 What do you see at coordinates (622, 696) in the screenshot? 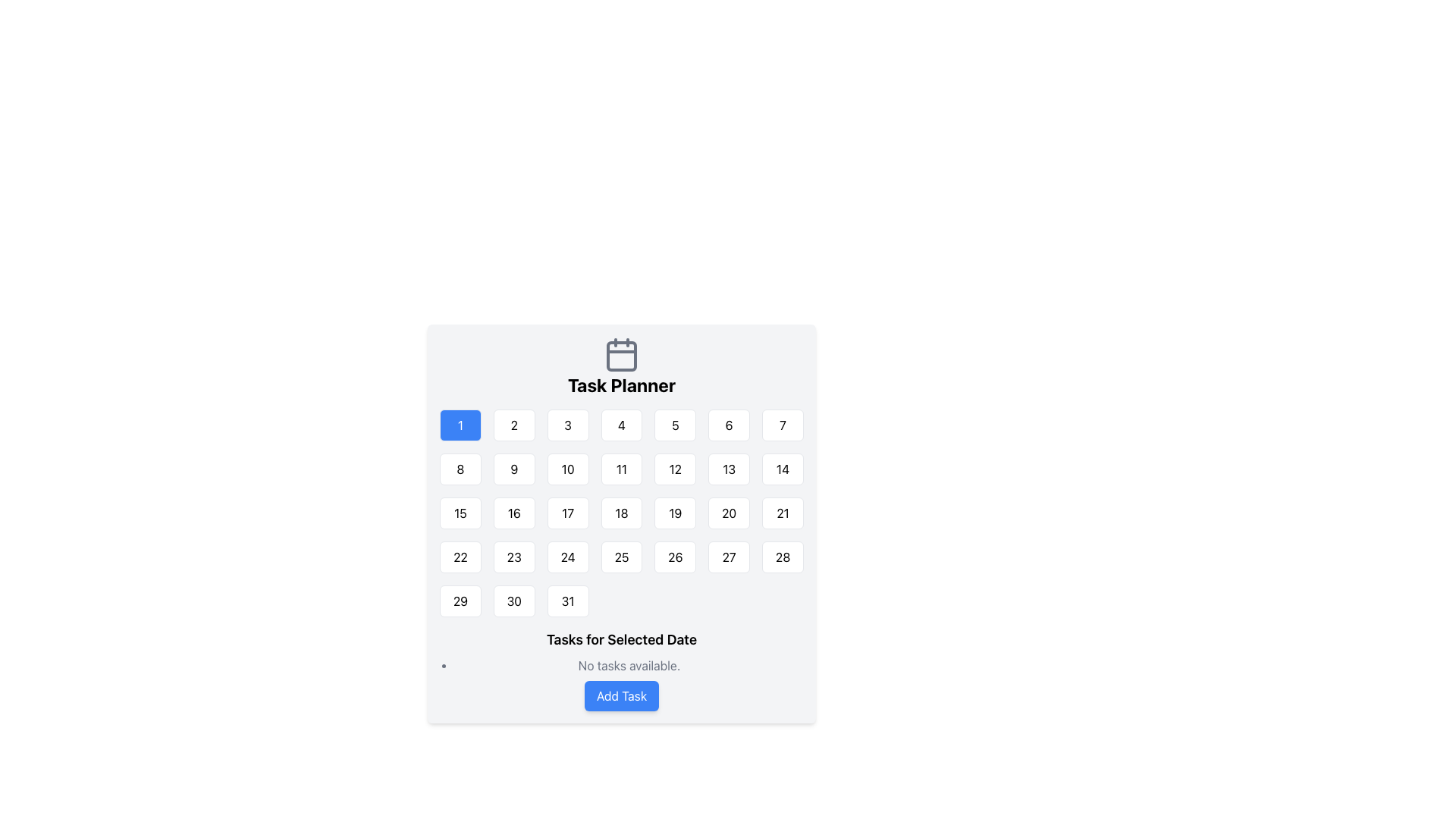
I see `the button located below the 'Tasks for Selected Date' header and beneath the line of text 'No tasks available.'` at bounding box center [622, 696].